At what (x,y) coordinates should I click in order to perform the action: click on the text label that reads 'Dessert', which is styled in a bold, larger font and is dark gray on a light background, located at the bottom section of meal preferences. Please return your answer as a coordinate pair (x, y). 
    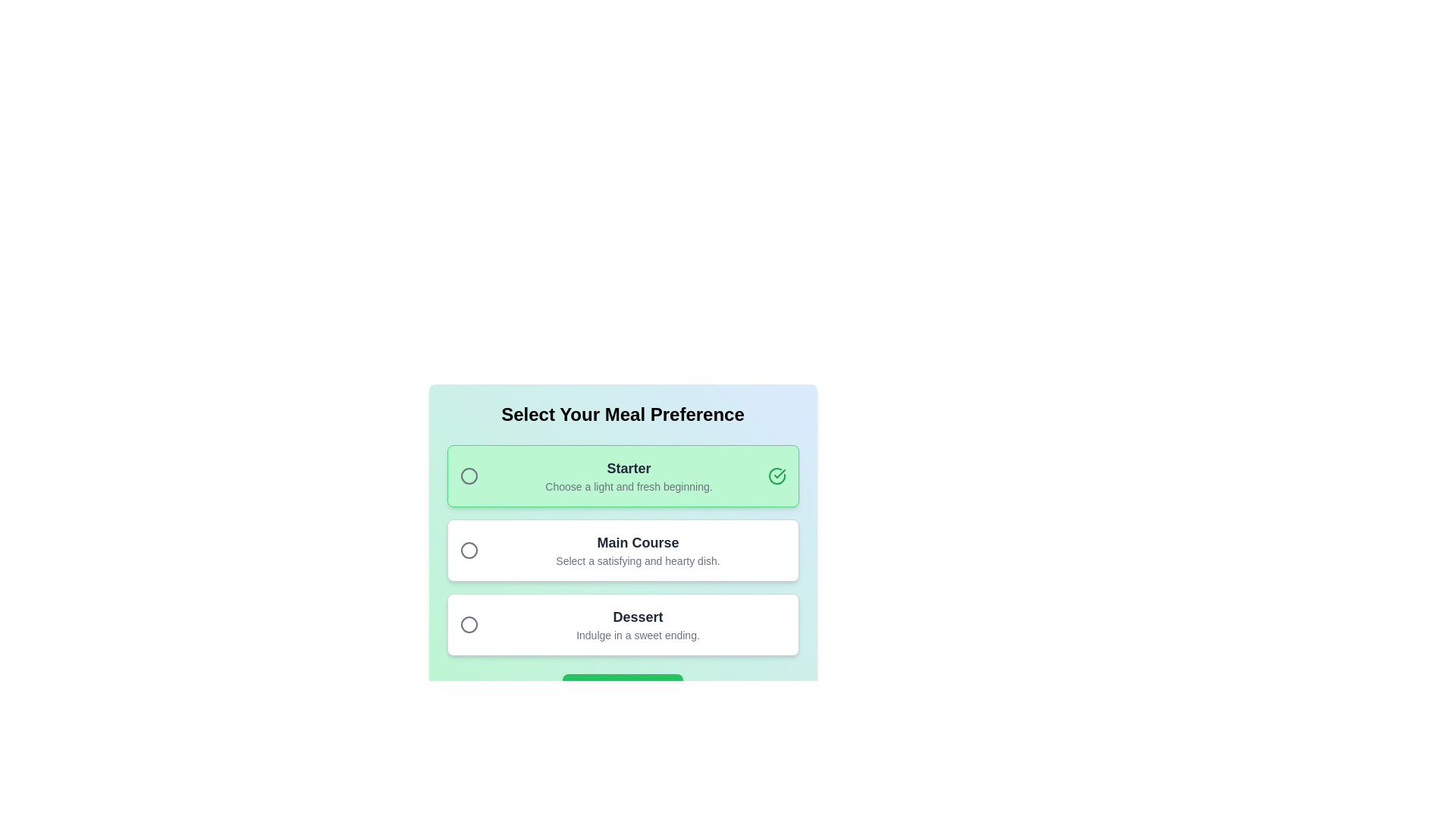
    Looking at the image, I should click on (638, 617).